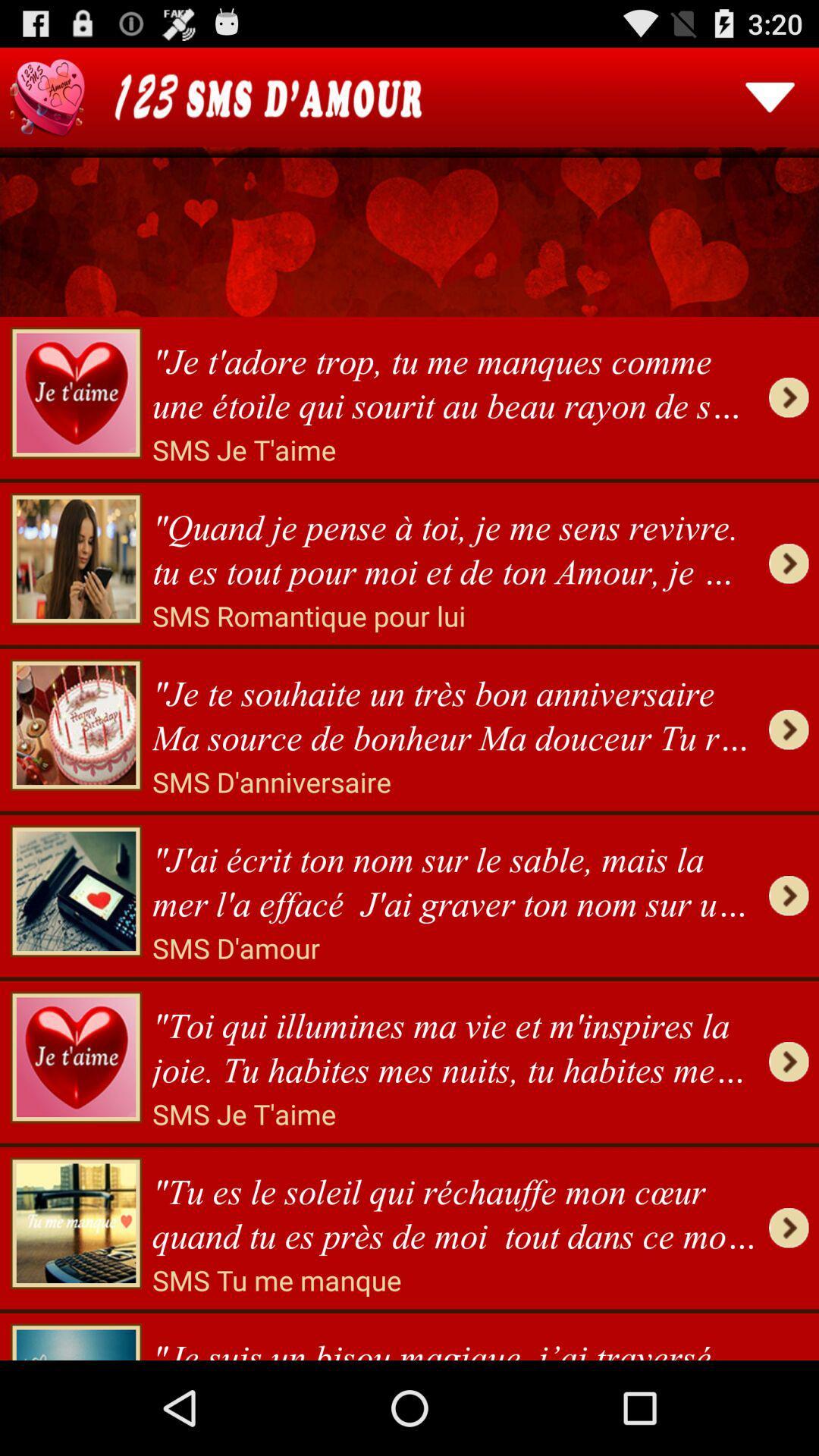 This screenshot has width=819, height=1456. I want to click on the quand je pense item, so click(454, 544).